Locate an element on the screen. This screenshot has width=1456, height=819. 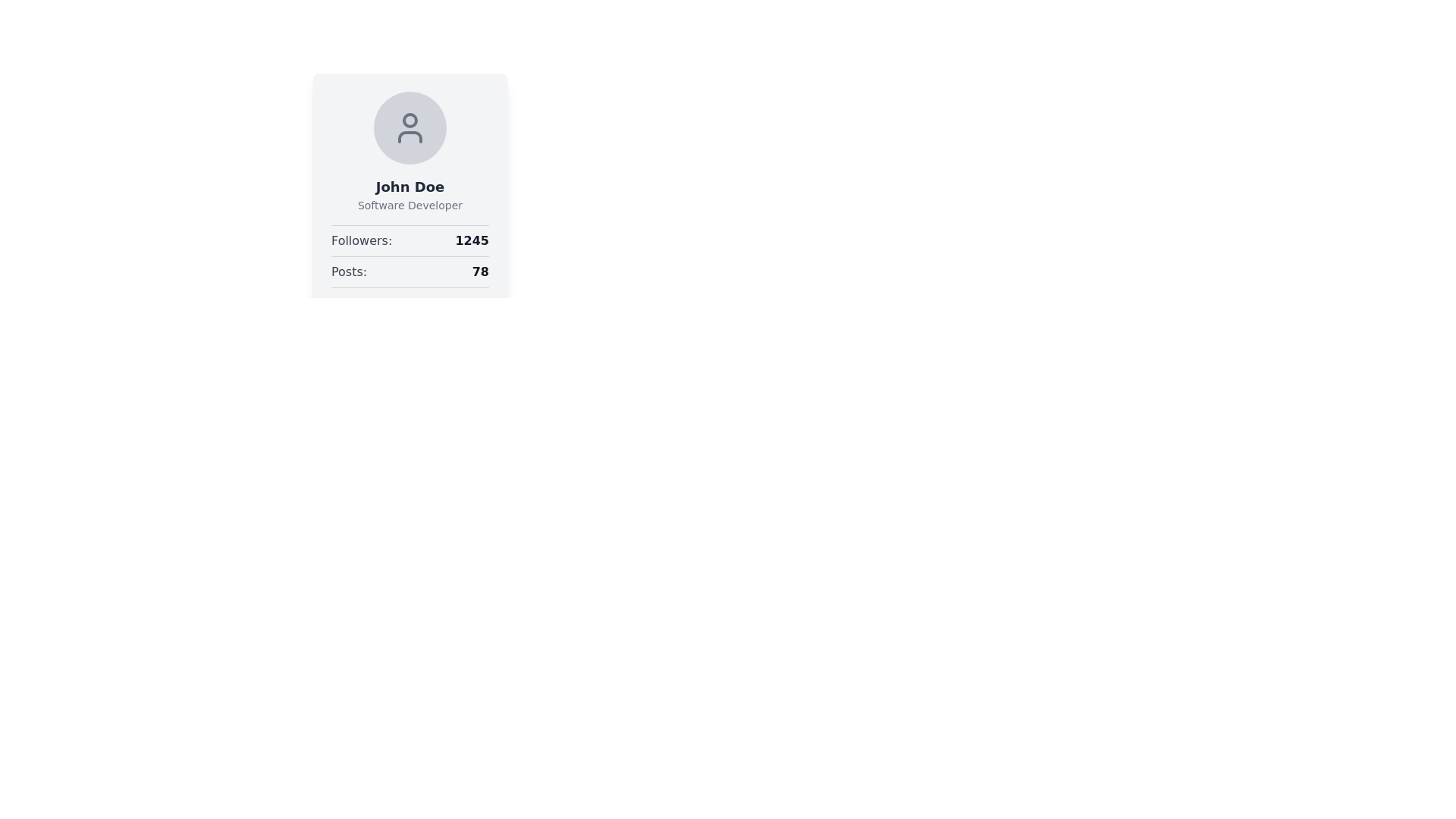
the user profile icon located at the center of the rounded rectangle card, positioned above the text 'John Doe' is located at coordinates (410, 127).